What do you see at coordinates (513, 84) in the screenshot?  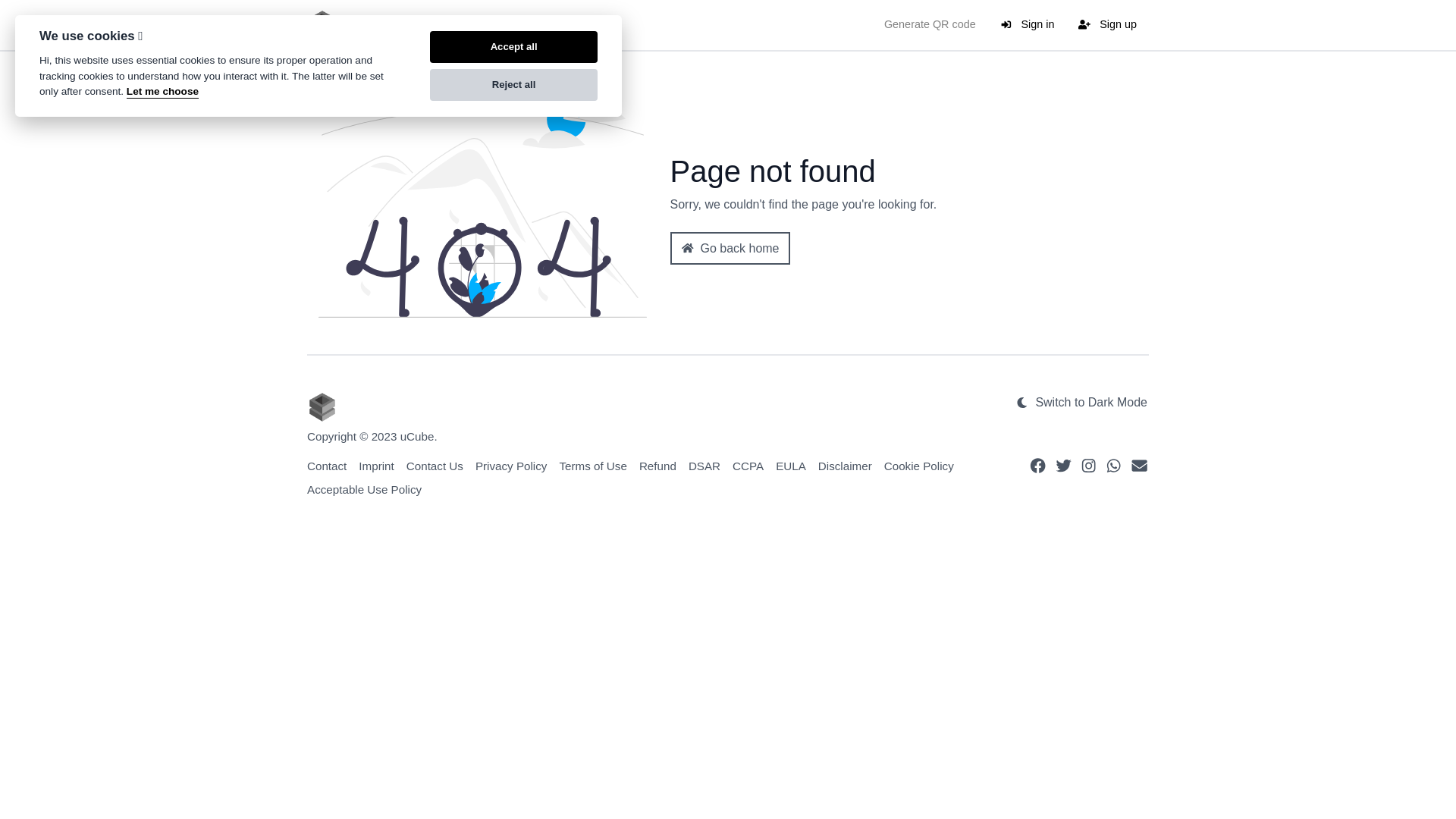 I see `'Reject all'` at bounding box center [513, 84].